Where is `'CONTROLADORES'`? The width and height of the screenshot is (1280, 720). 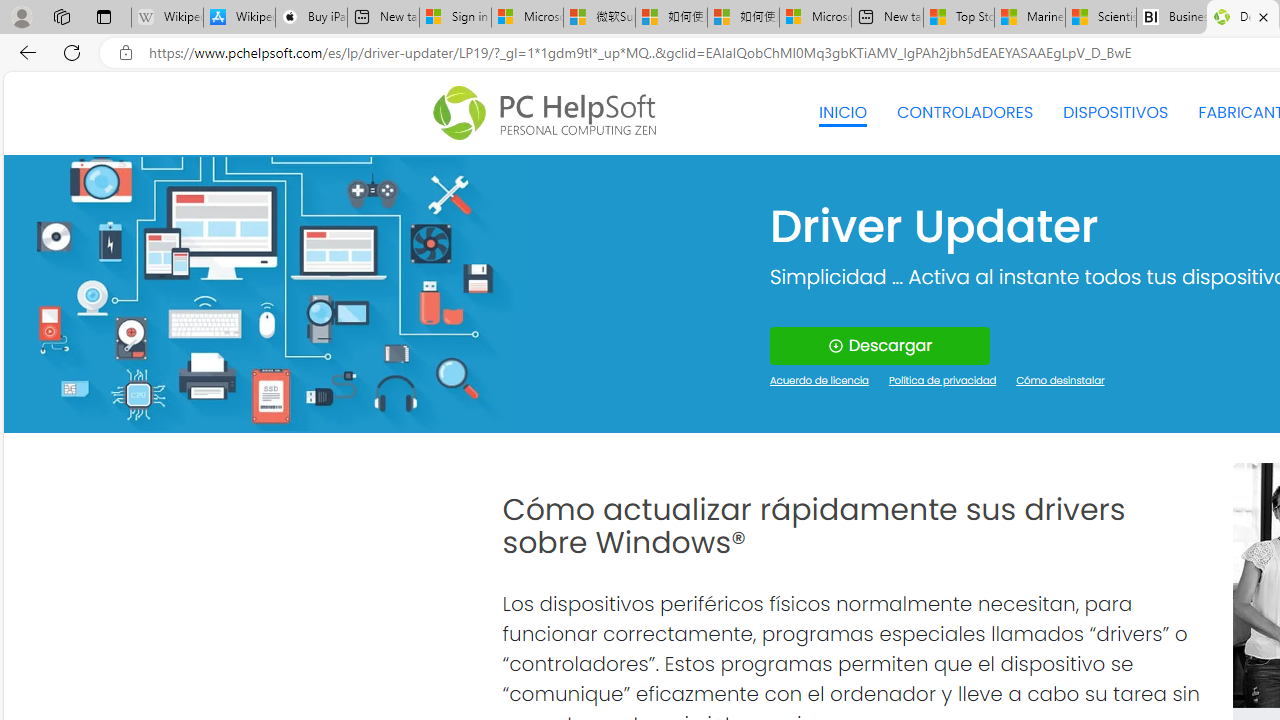 'CONTROLADORES' is located at coordinates (965, 113).